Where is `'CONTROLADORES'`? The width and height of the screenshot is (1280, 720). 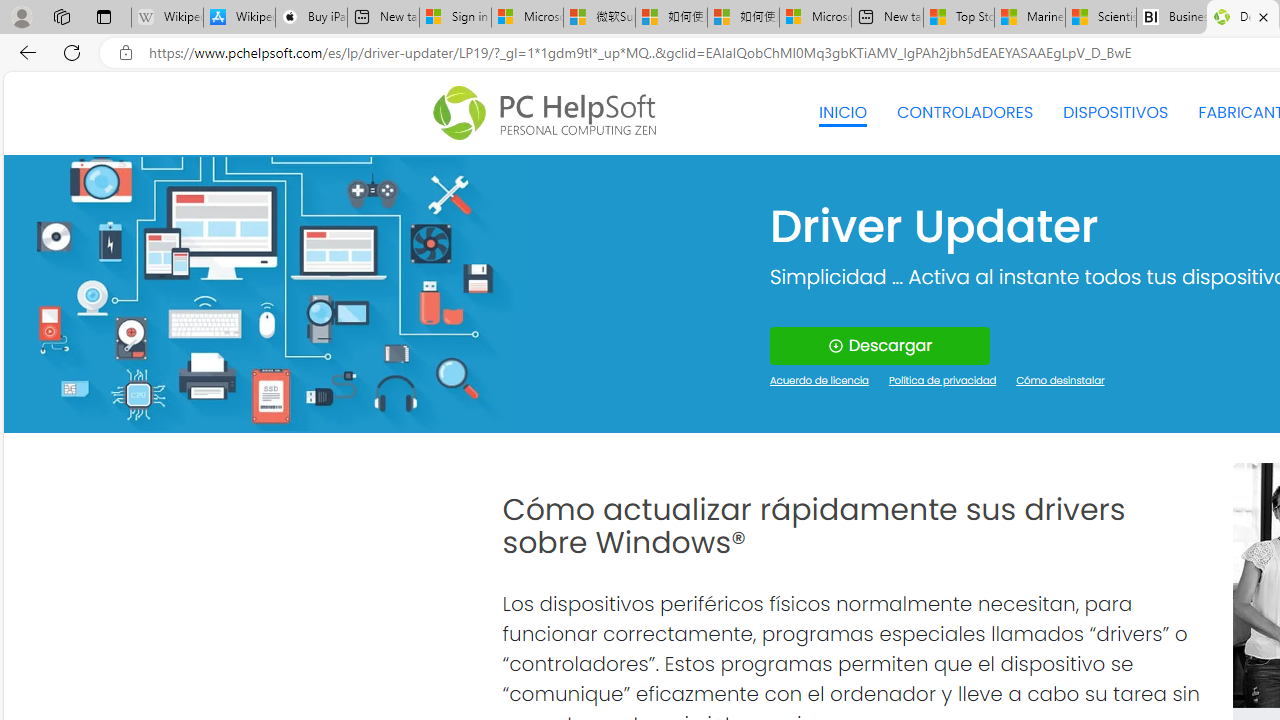 'CONTROLADORES' is located at coordinates (965, 113).